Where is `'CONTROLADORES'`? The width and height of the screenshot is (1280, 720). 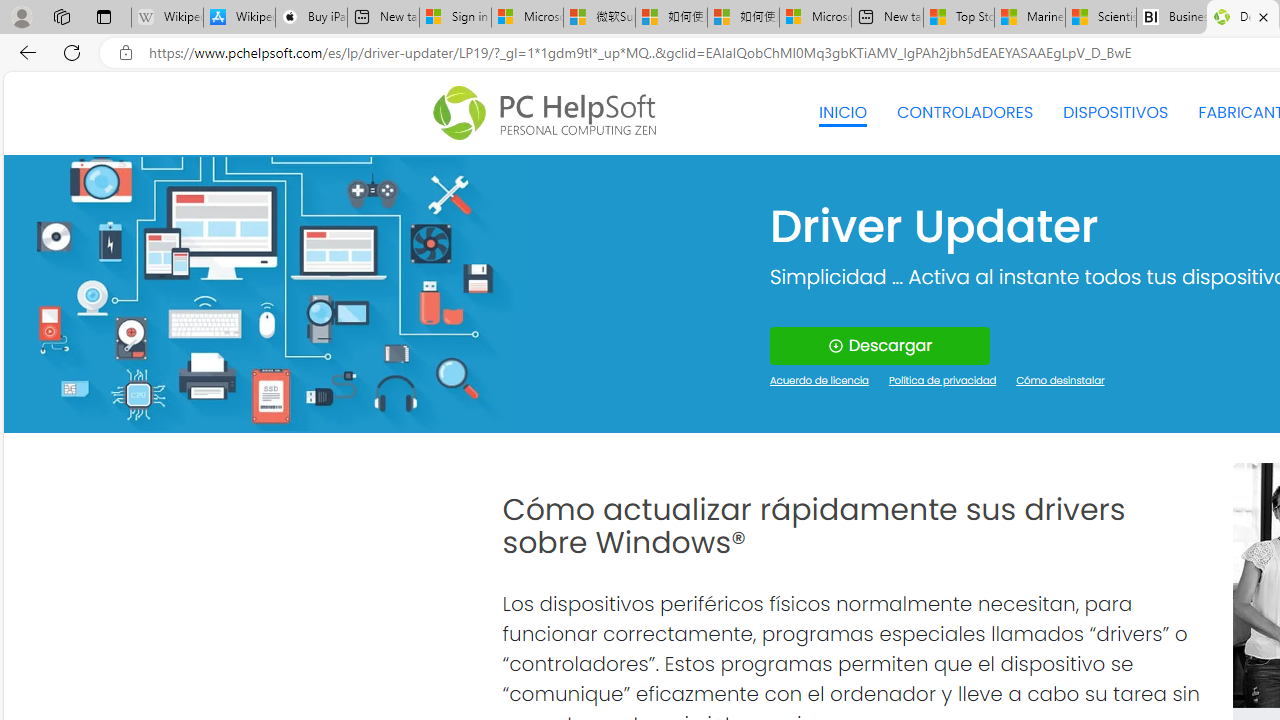 'CONTROLADORES' is located at coordinates (965, 113).